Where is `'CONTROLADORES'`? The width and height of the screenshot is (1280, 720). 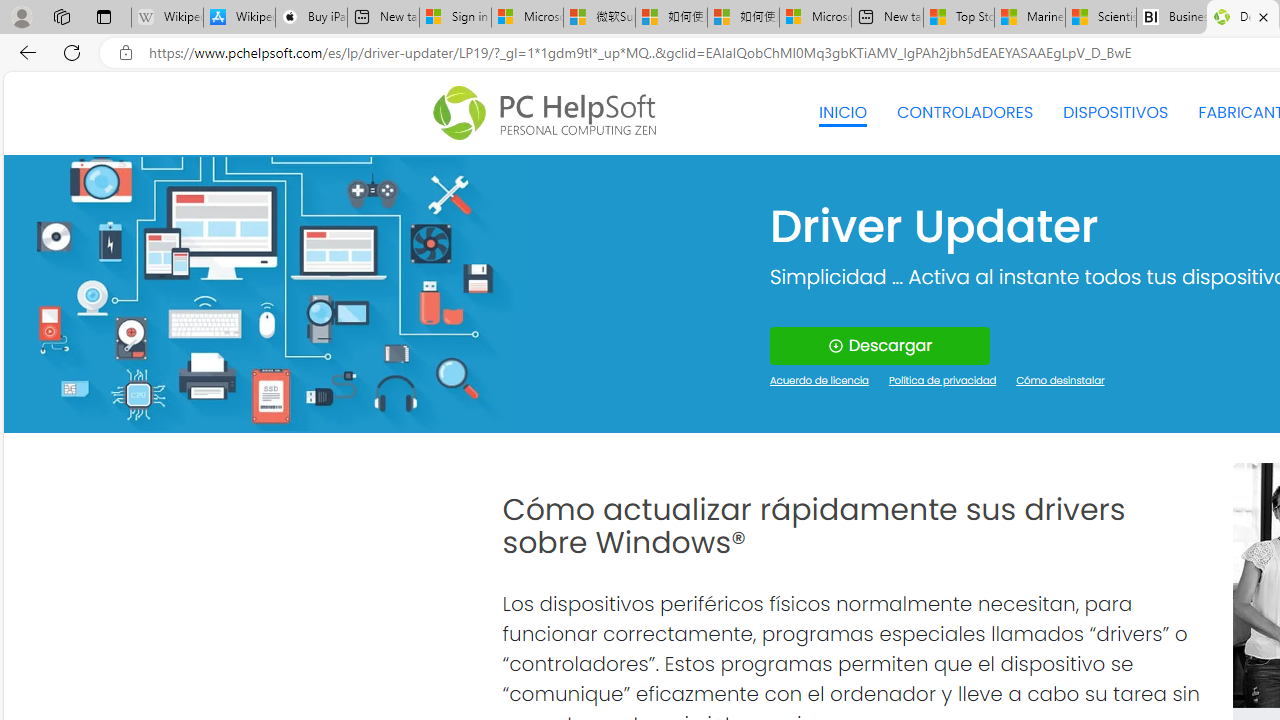 'CONTROLADORES' is located at coordinates (965, 113).